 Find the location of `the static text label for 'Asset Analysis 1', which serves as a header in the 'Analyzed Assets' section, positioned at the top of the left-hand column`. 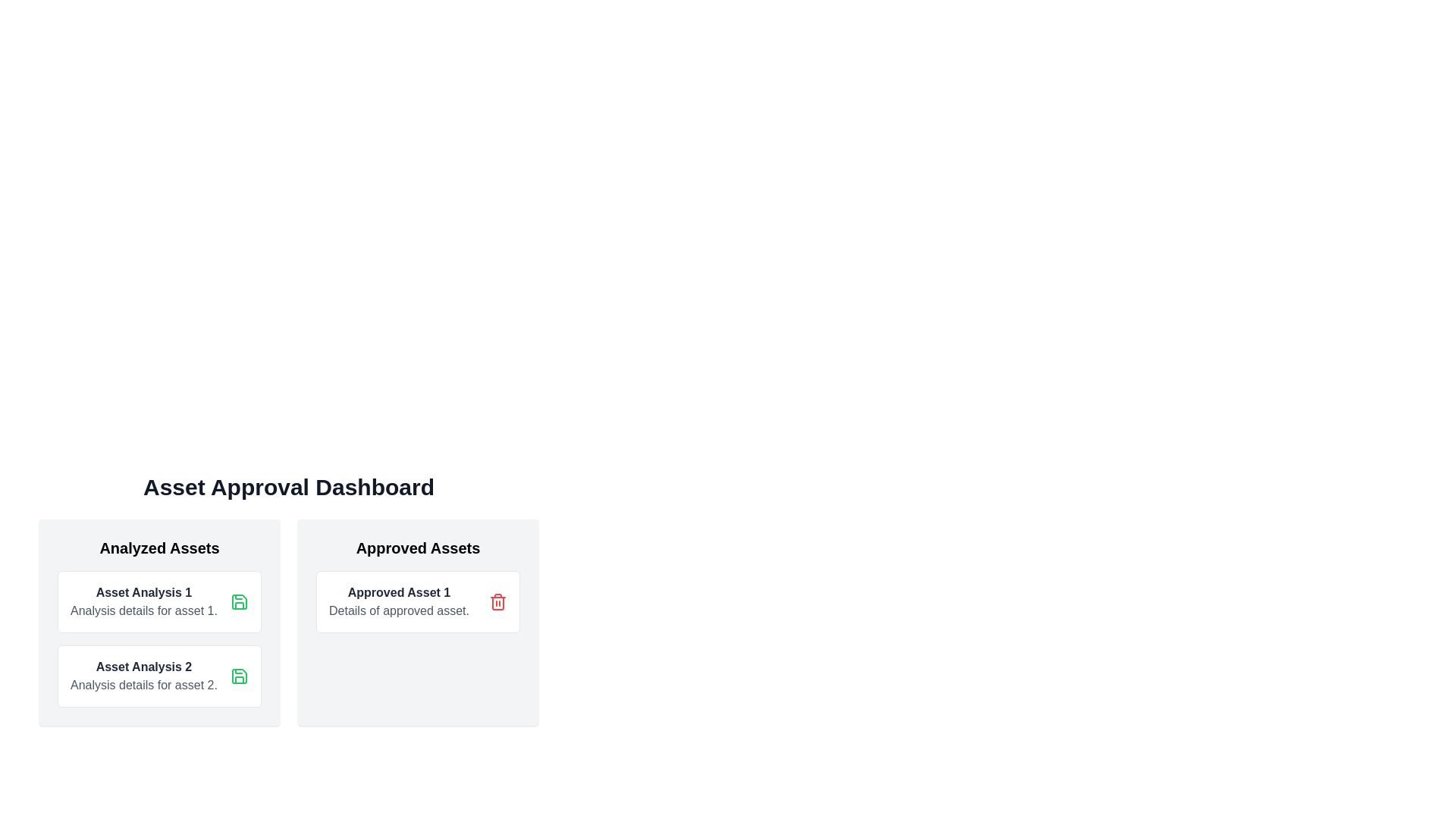

the static text label for 'Asset Analysis 1', which serves as a header in the 'Analyzed Assets' section, positioned at the top of the left-hand column is located at coordinates (143, 592).